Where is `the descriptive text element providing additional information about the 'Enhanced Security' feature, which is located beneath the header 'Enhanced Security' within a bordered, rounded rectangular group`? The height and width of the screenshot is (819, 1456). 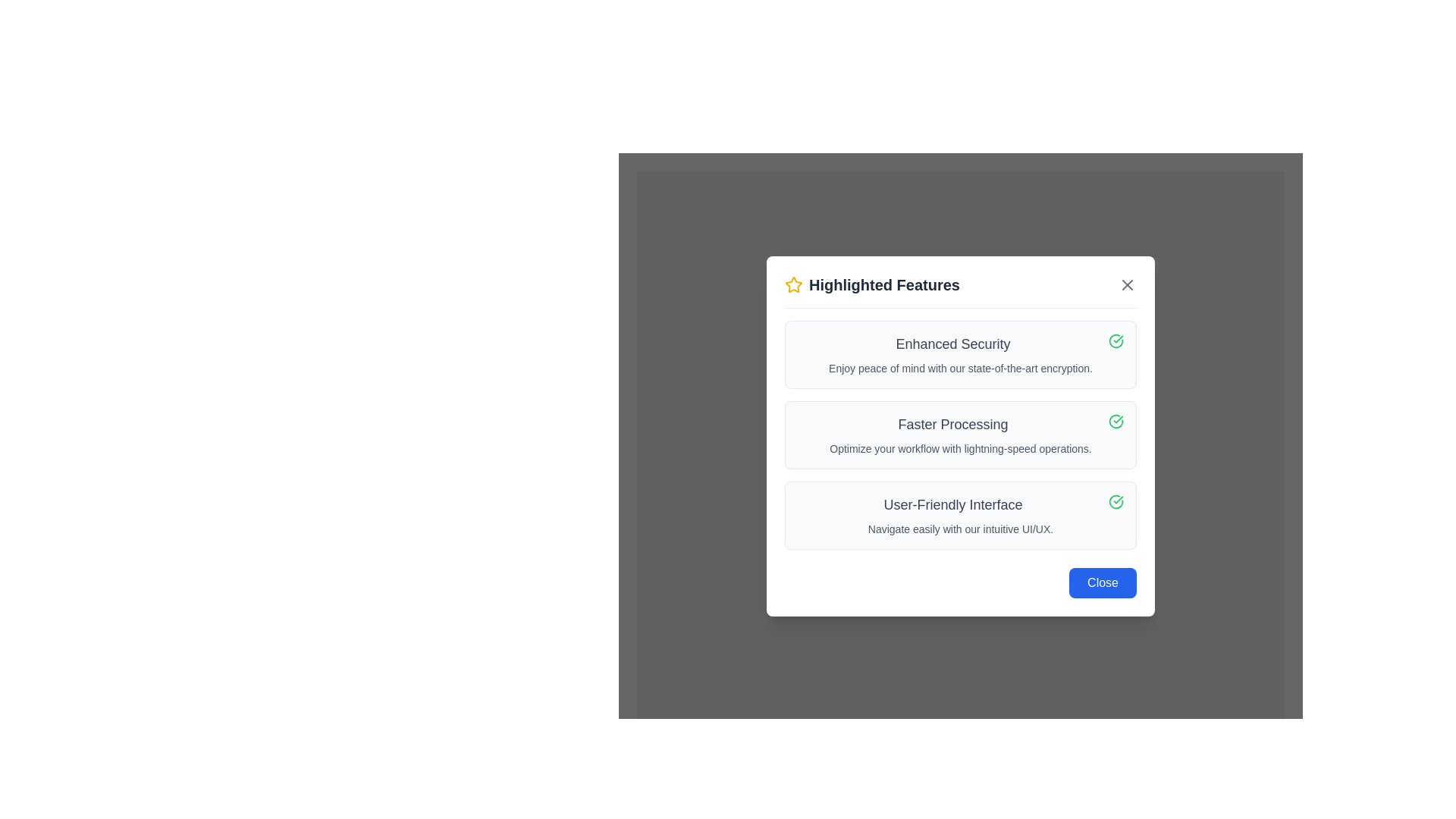 the descriptive text element providing additional information about the 'Enhanced Security' feature, which is located beneath the header 'Enhanced Security' within a bordered, rounded rectangular group is located at coordinates (960, 368).